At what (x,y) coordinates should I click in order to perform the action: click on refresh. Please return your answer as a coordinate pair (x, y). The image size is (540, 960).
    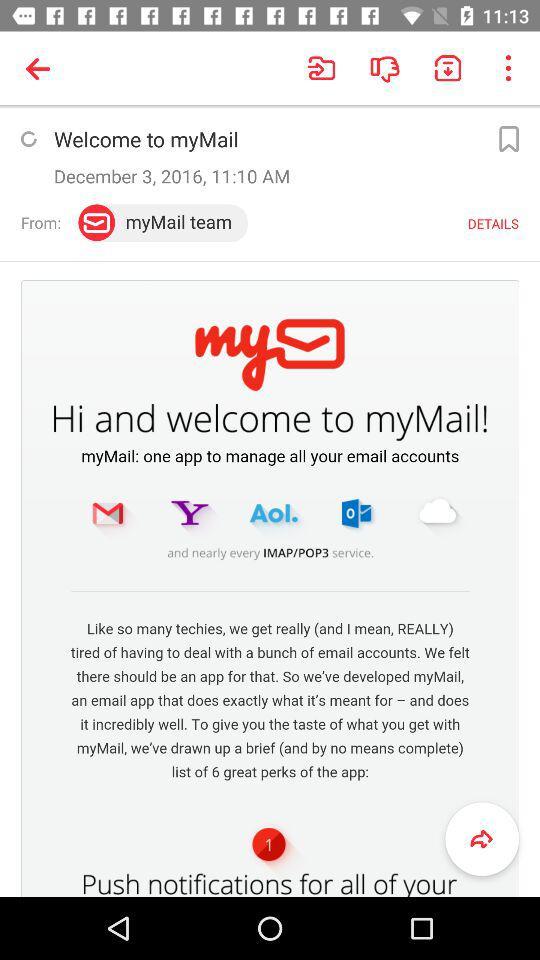
    Looking at the image, I should click on (27, 138).